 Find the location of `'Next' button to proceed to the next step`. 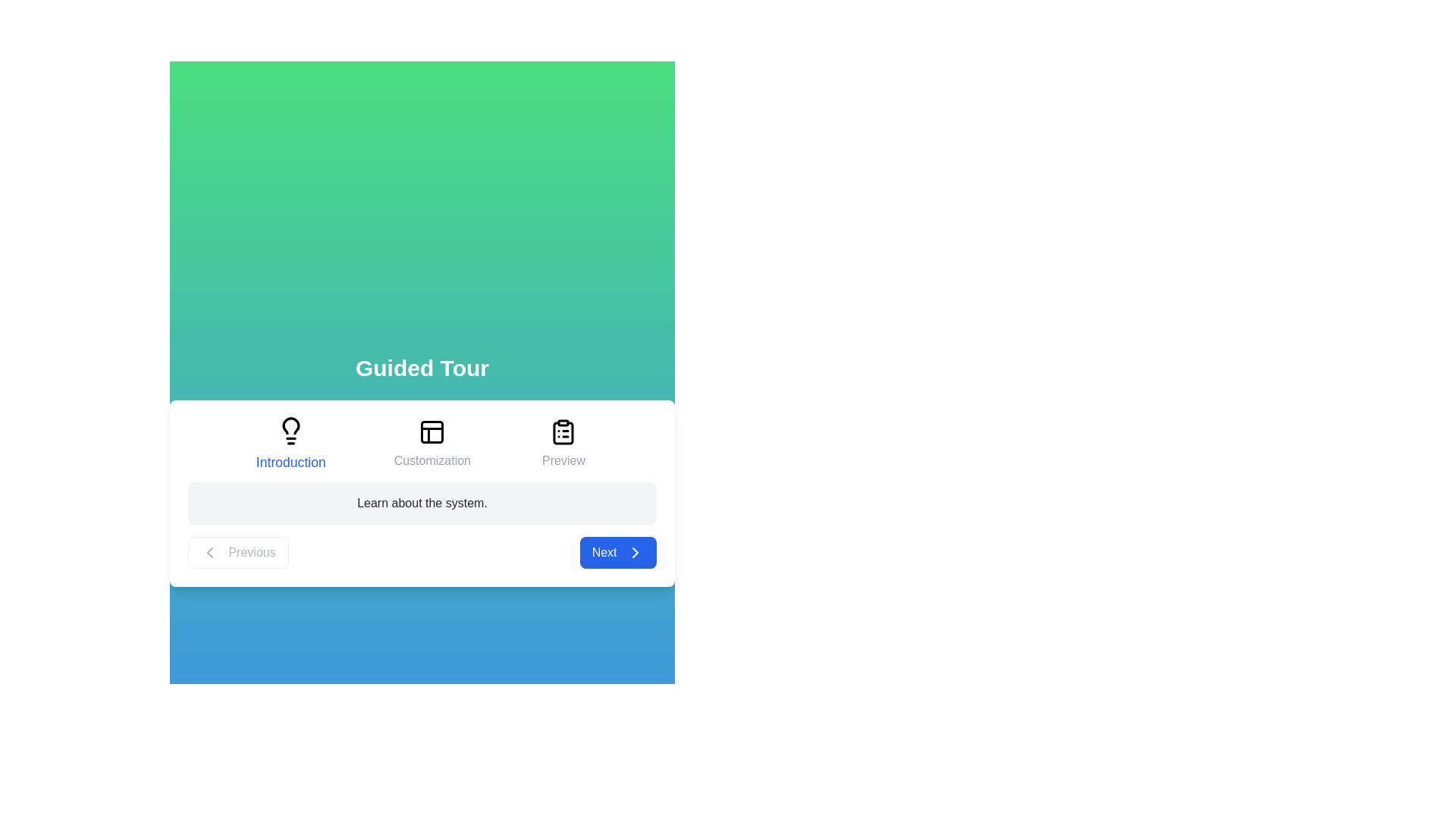

'Next' button to proceed to the next step is located at coordinates (618, 553).